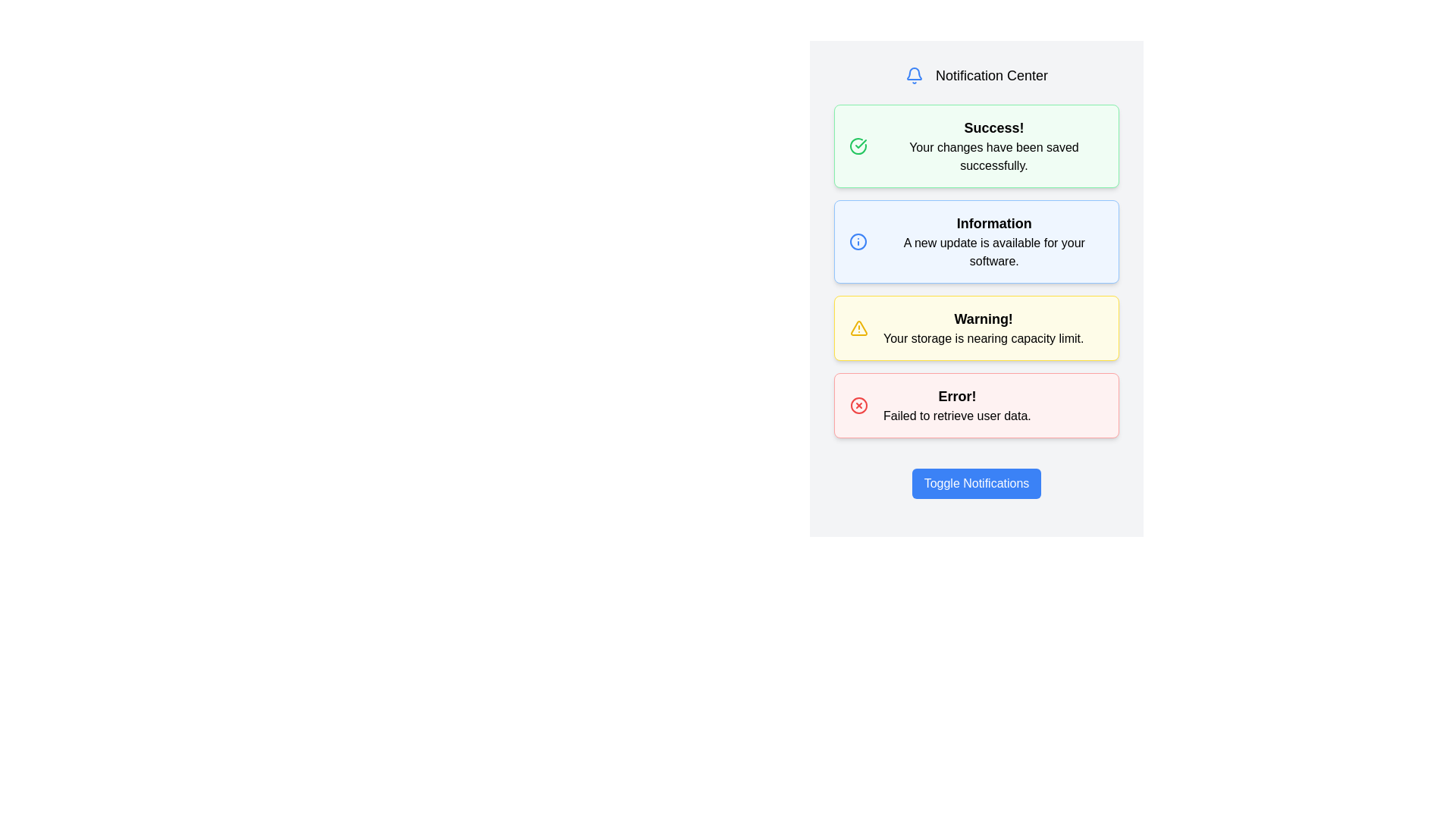 This screenshot has width=1456, height=819. Describe the element at coordinates (956, 405) in the screenshot. I see `static text display component styled as a notification message that shows 'Error!' and 'Failed to retrieve user data.'` at that location.